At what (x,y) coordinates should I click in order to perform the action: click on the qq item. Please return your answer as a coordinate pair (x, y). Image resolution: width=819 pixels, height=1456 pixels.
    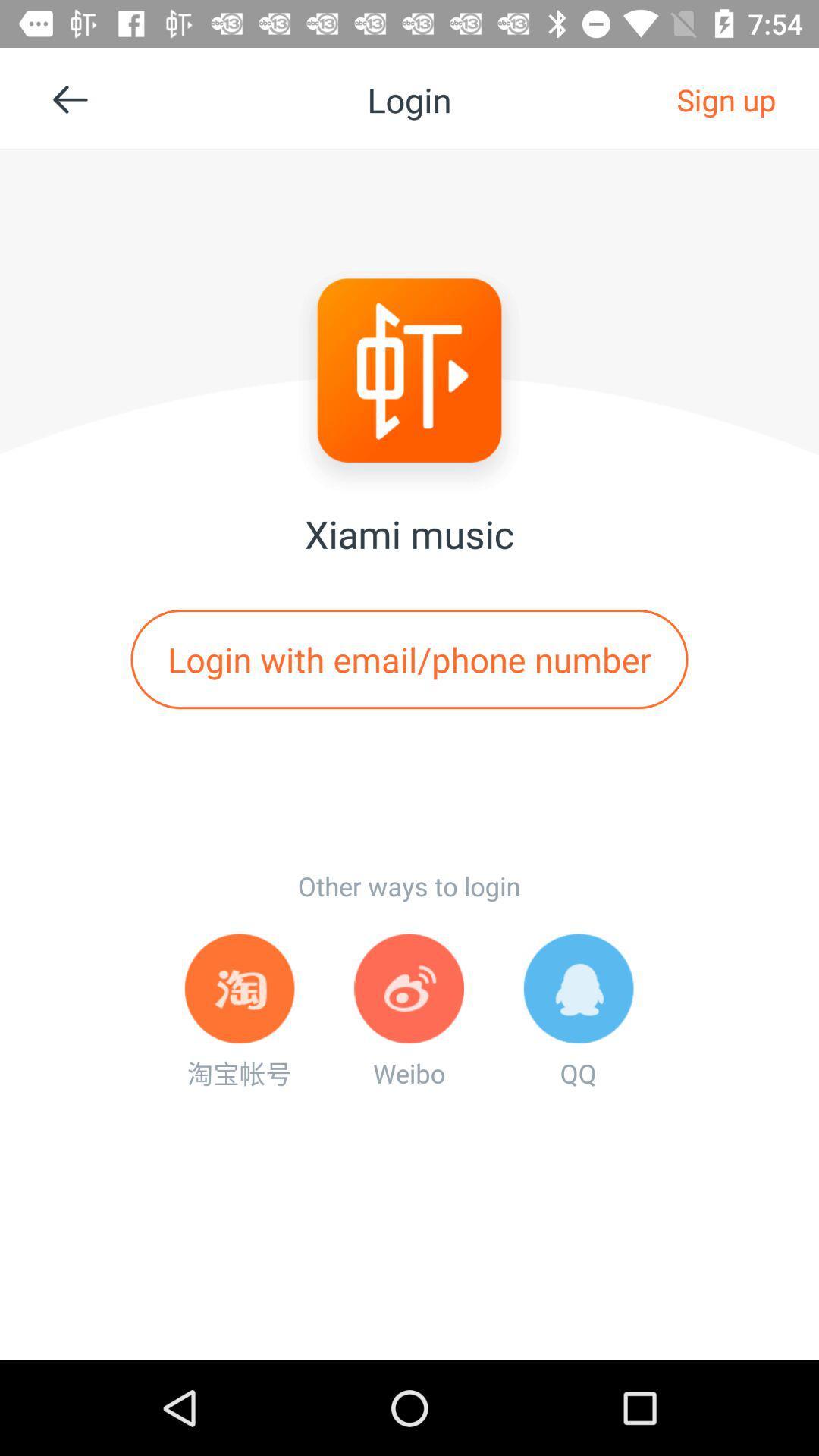
    Looking at the image, I should click on (579, 1012).